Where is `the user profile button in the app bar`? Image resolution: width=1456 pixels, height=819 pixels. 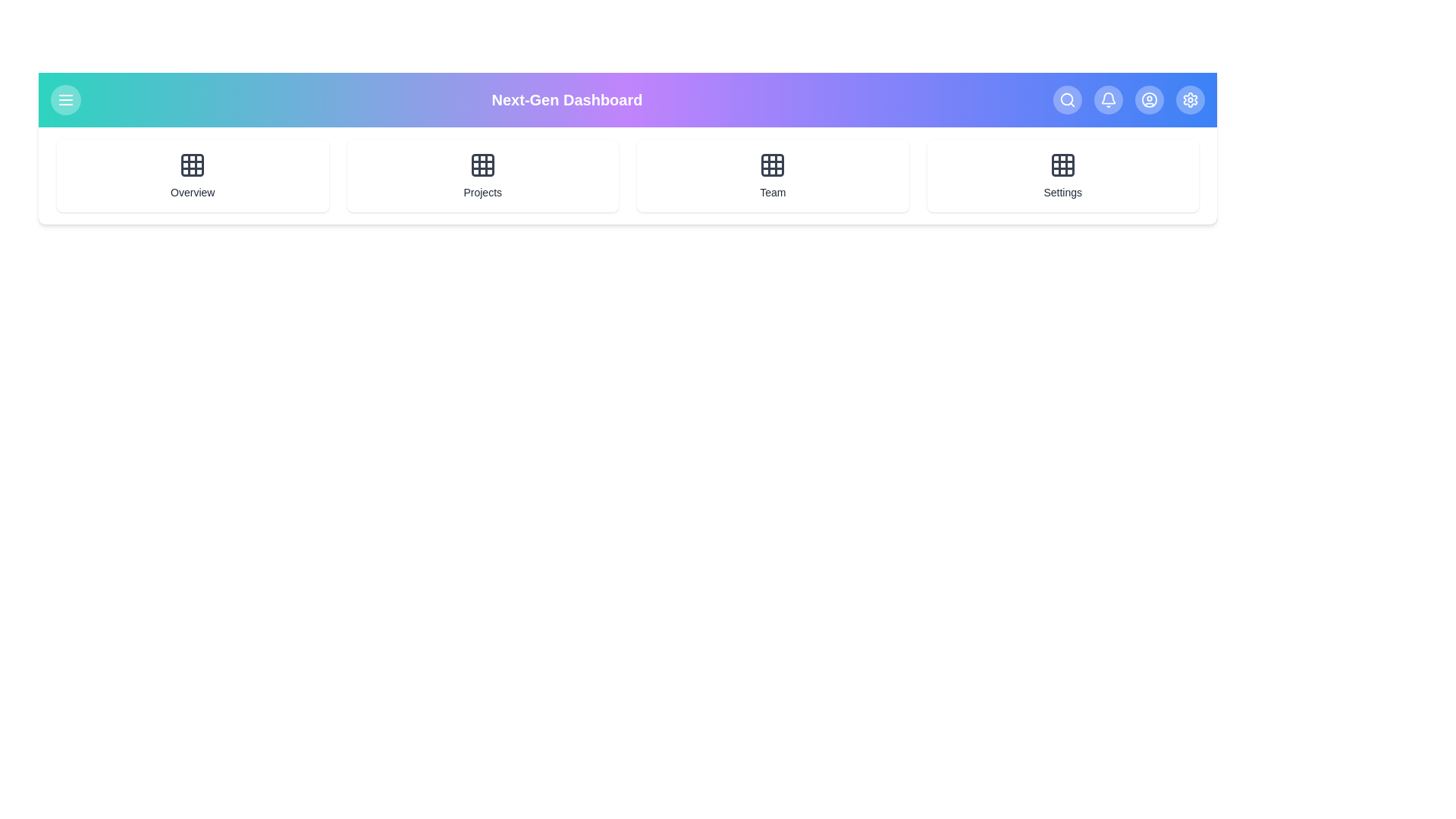 the user profile button in the app bar is located at coordinates (1150, 99).